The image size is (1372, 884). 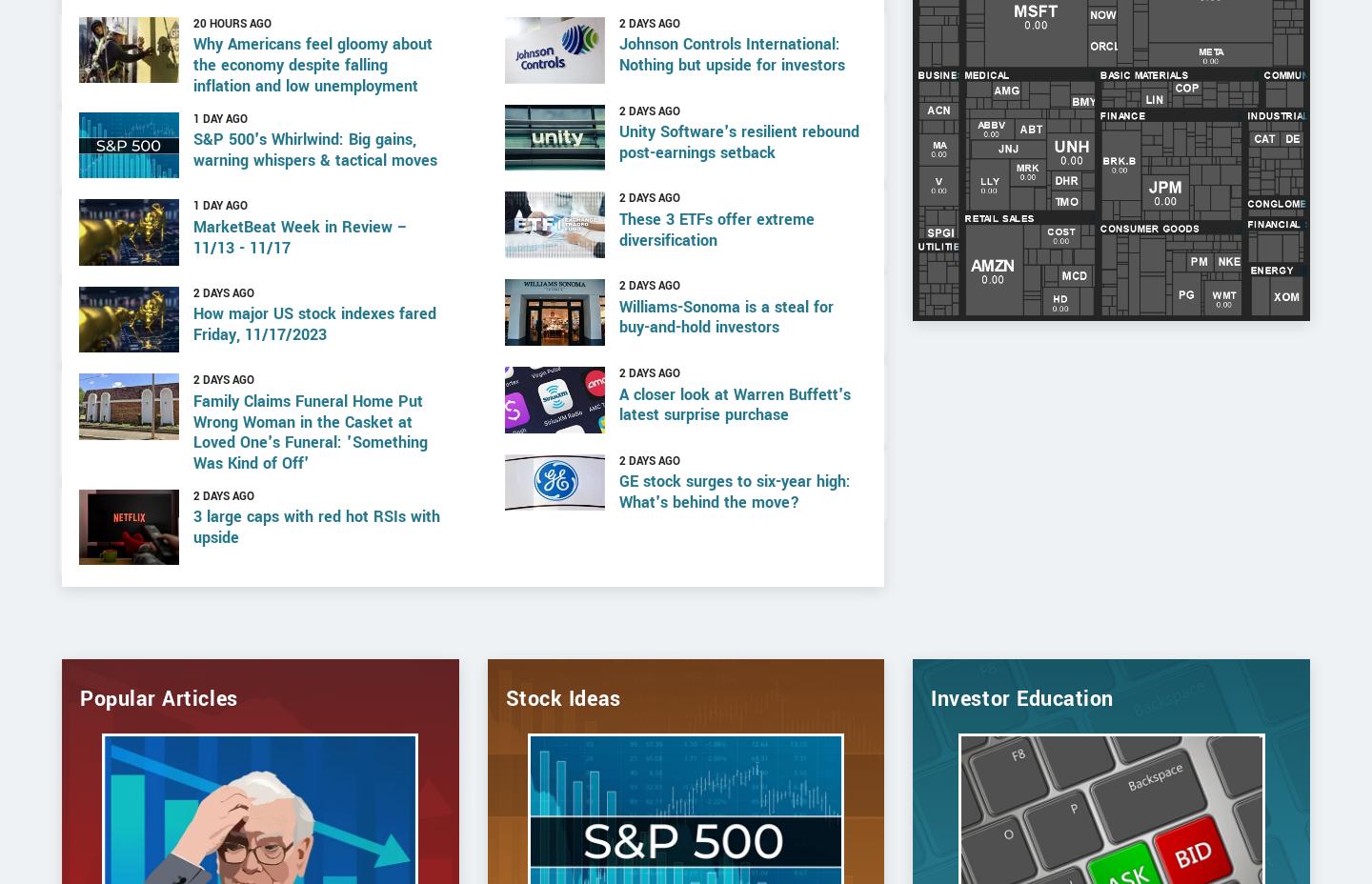 What do you see at coordinates (157, 759) in the screenshot?
I see `'Popular Articles'` at bounding box center [157, 759].